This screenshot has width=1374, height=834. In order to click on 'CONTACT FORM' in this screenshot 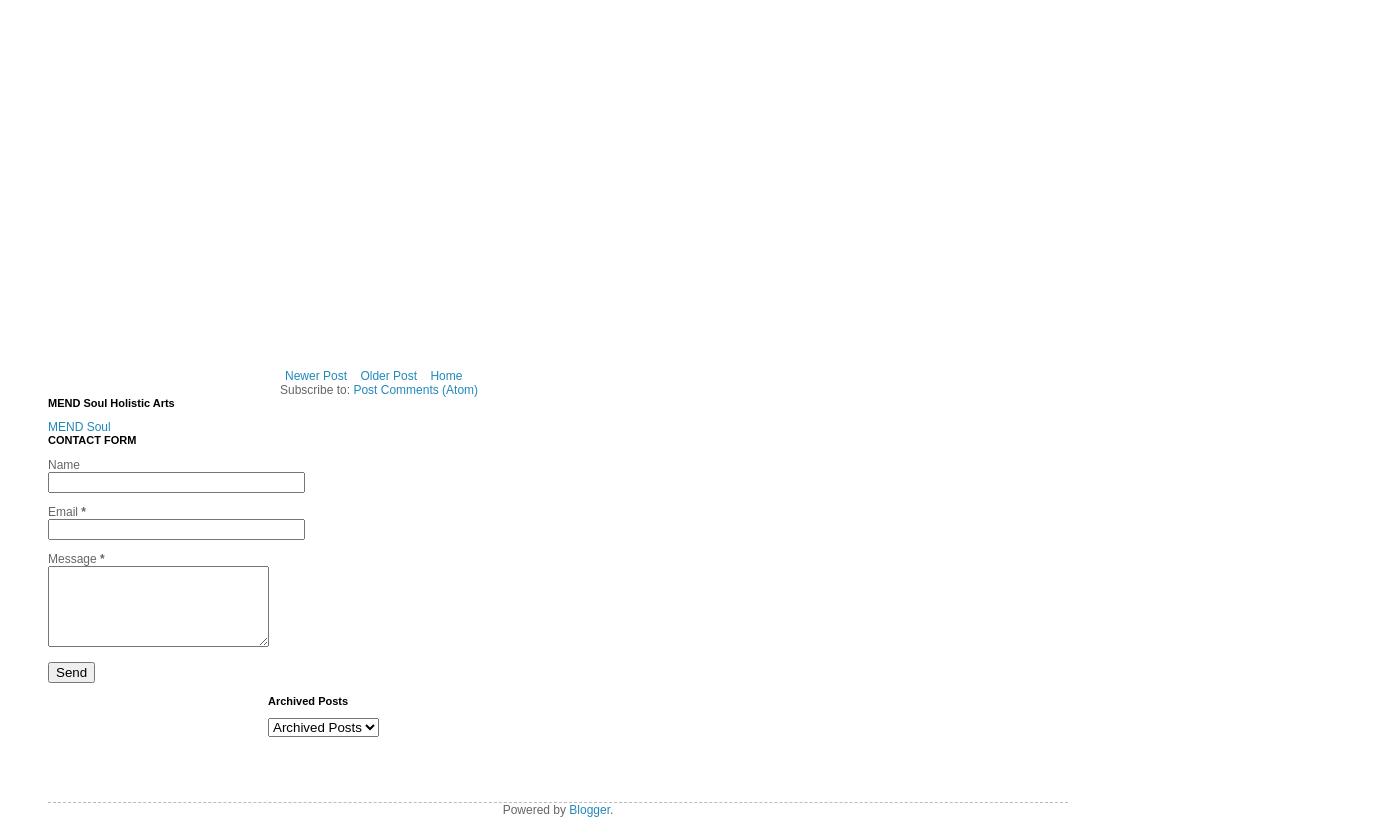, I will do `click(46, 439)`.